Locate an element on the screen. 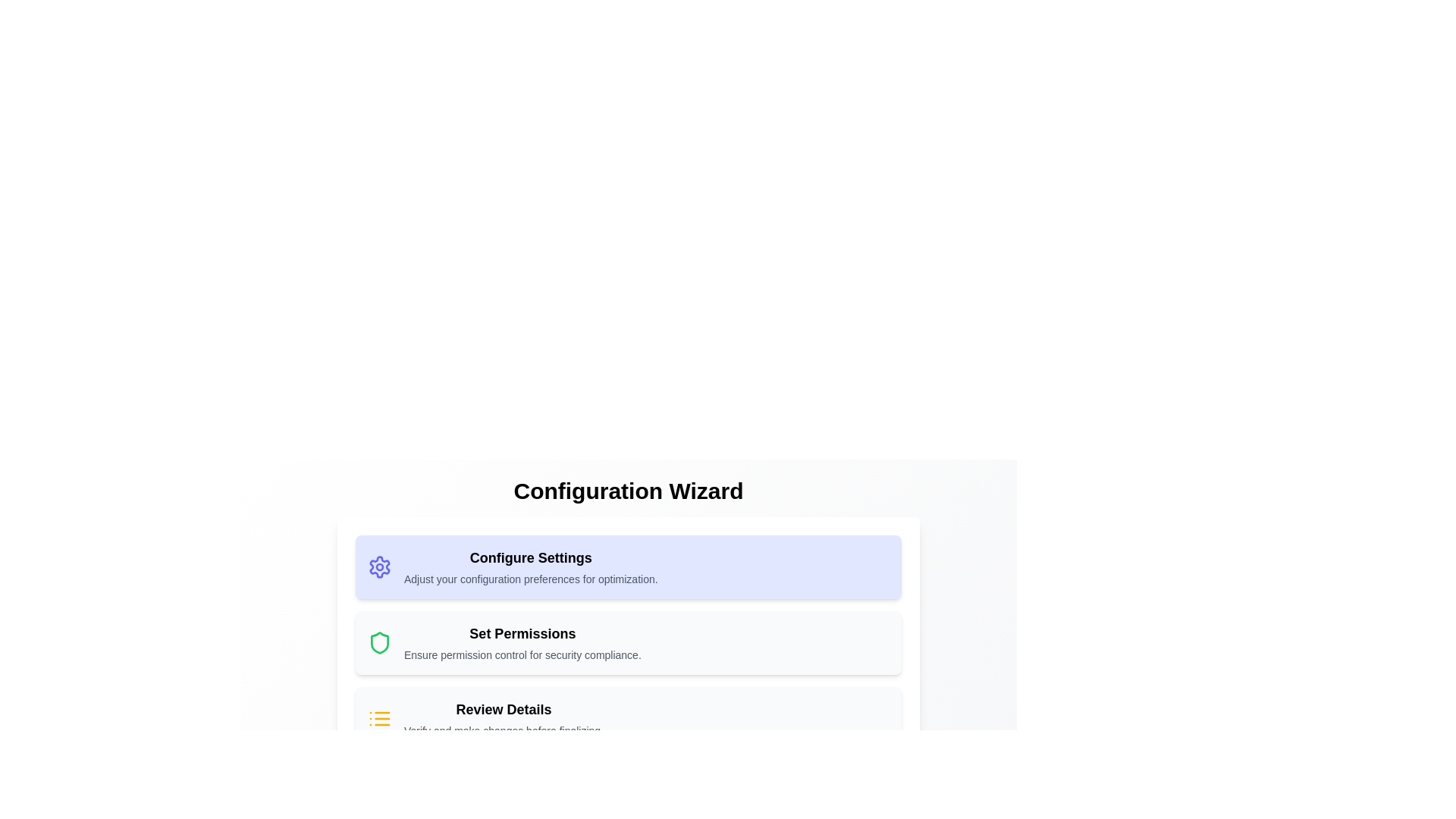  text displayed in the bold, large-sized title 'Configuration Wizard' located at the top of the interface is located at coordinates (629, 491).